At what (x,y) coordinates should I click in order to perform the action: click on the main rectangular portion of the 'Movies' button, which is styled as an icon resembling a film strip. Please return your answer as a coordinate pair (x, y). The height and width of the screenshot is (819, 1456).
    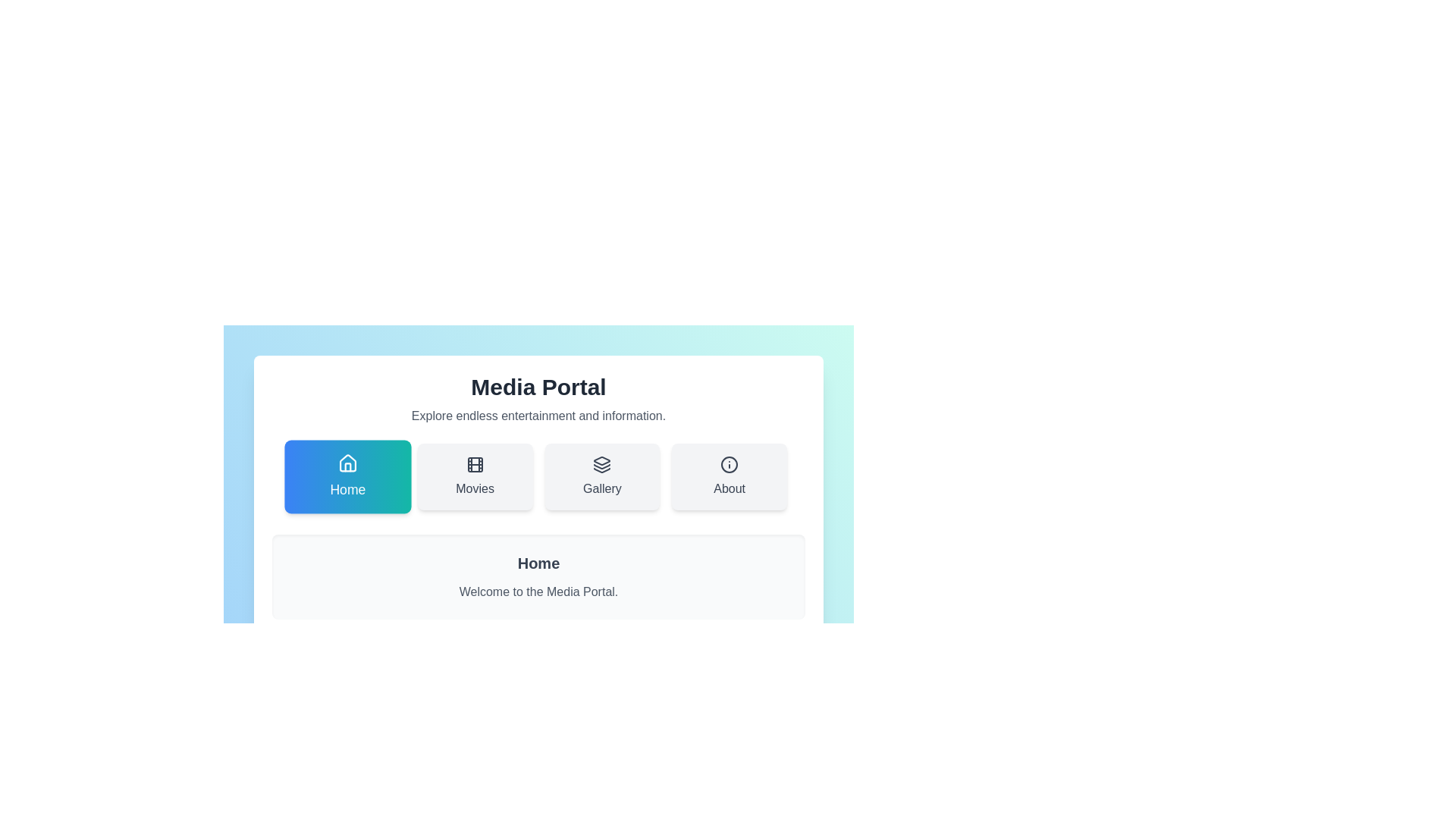
    Looking at the image, I should click on (474, 464).